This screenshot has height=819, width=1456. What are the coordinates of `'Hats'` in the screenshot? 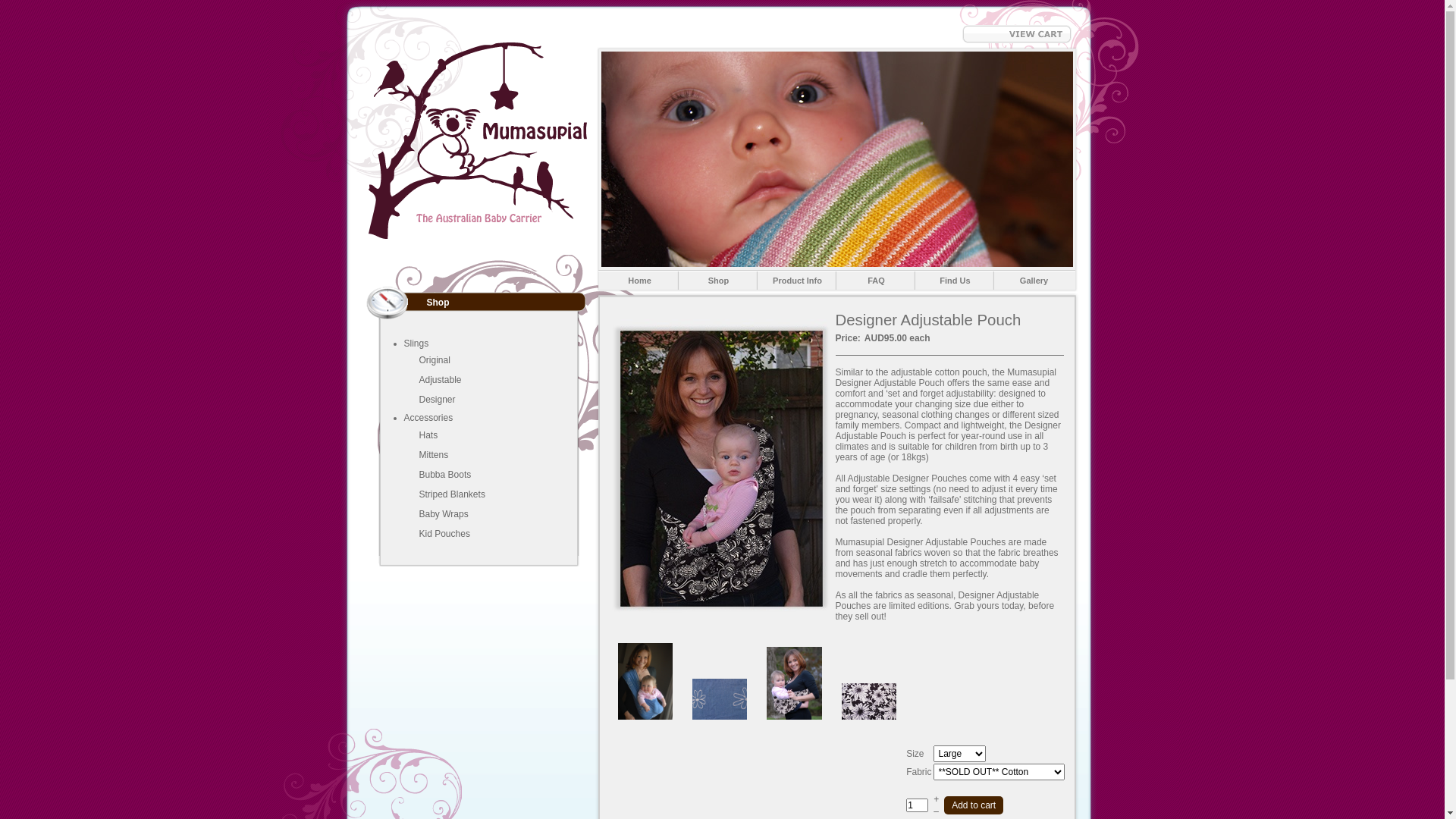 It's located at (427, 435).